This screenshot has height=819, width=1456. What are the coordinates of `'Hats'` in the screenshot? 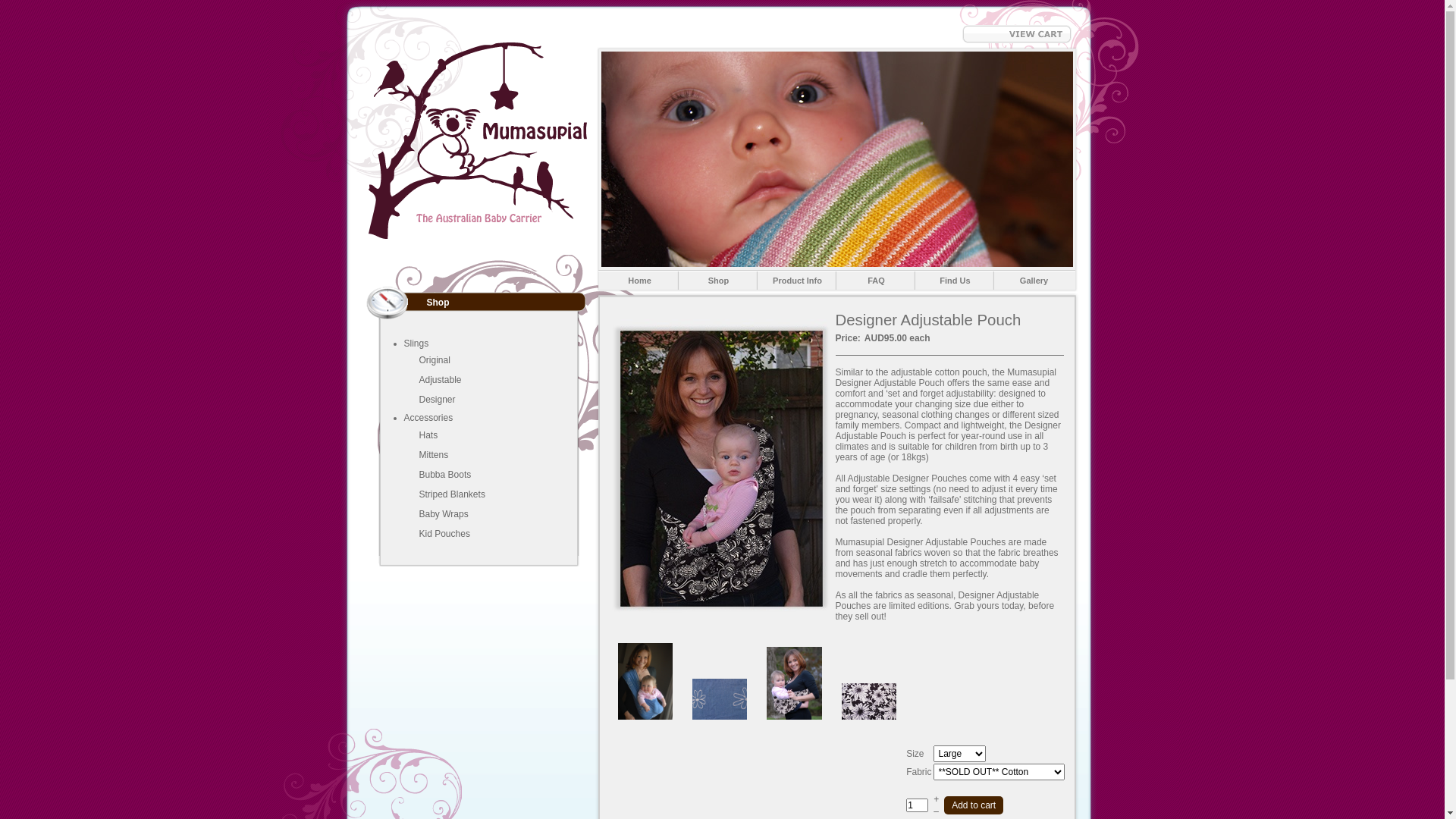 It's located at (427, 435).